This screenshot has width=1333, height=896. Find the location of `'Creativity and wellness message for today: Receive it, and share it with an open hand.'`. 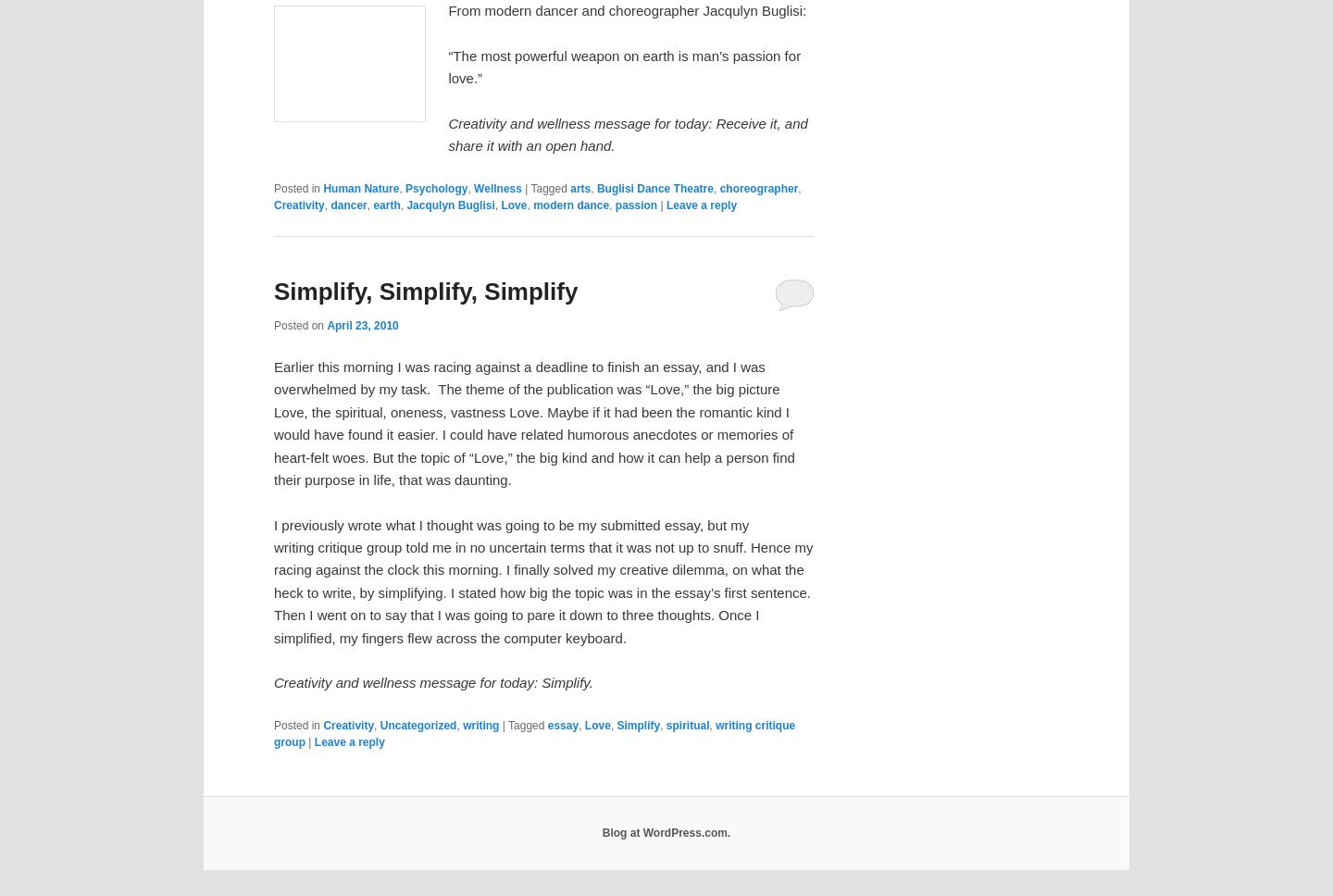

'Creativity and wellness message for today: Receive it, and share it with an open hand.' is located at coordinates (627, 133).